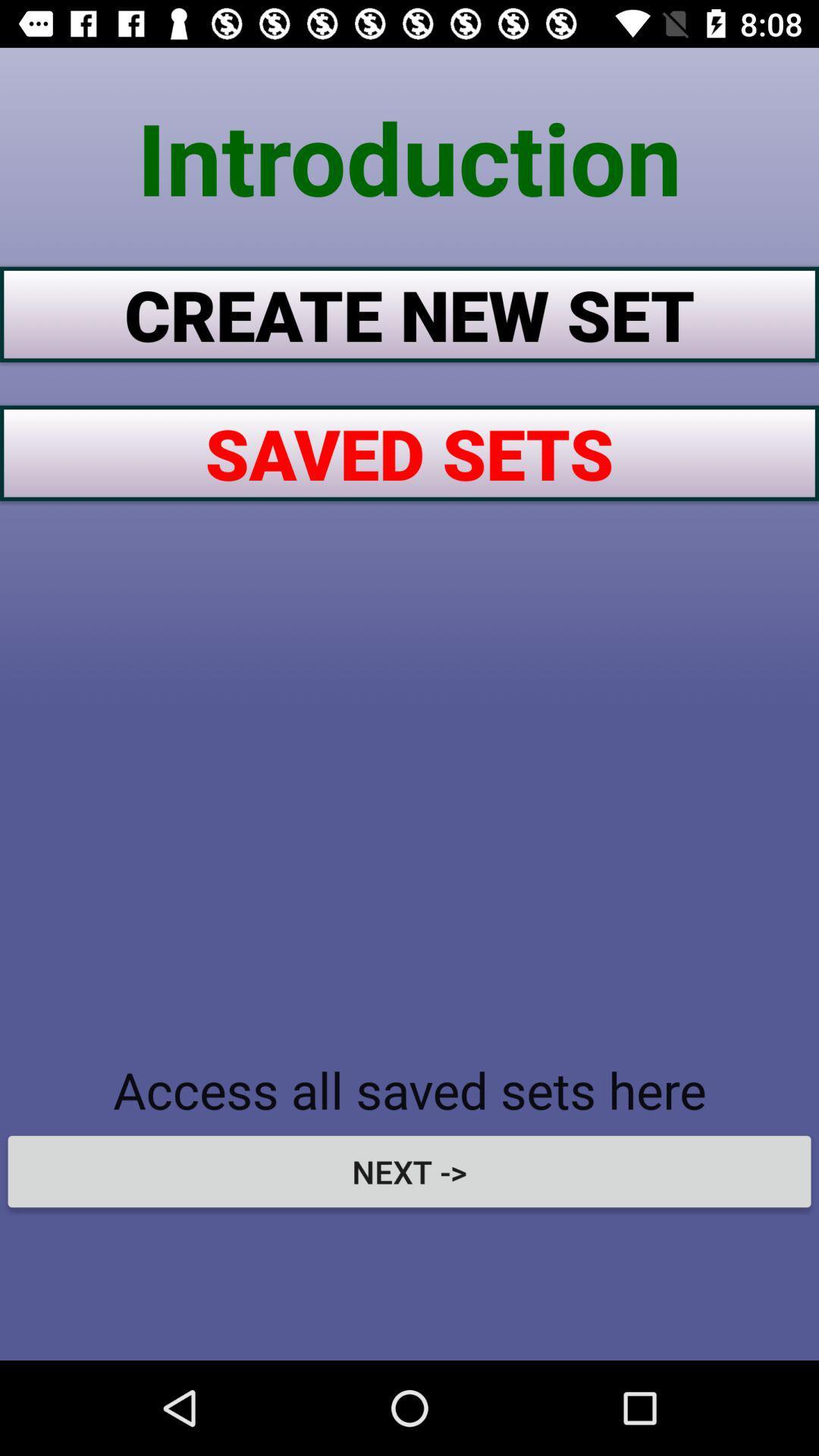 This screenshot has width=819, height=1456. Describe the element at coordinates (409, 313) in the screenshot. I see `icon above saved sets` at that location.